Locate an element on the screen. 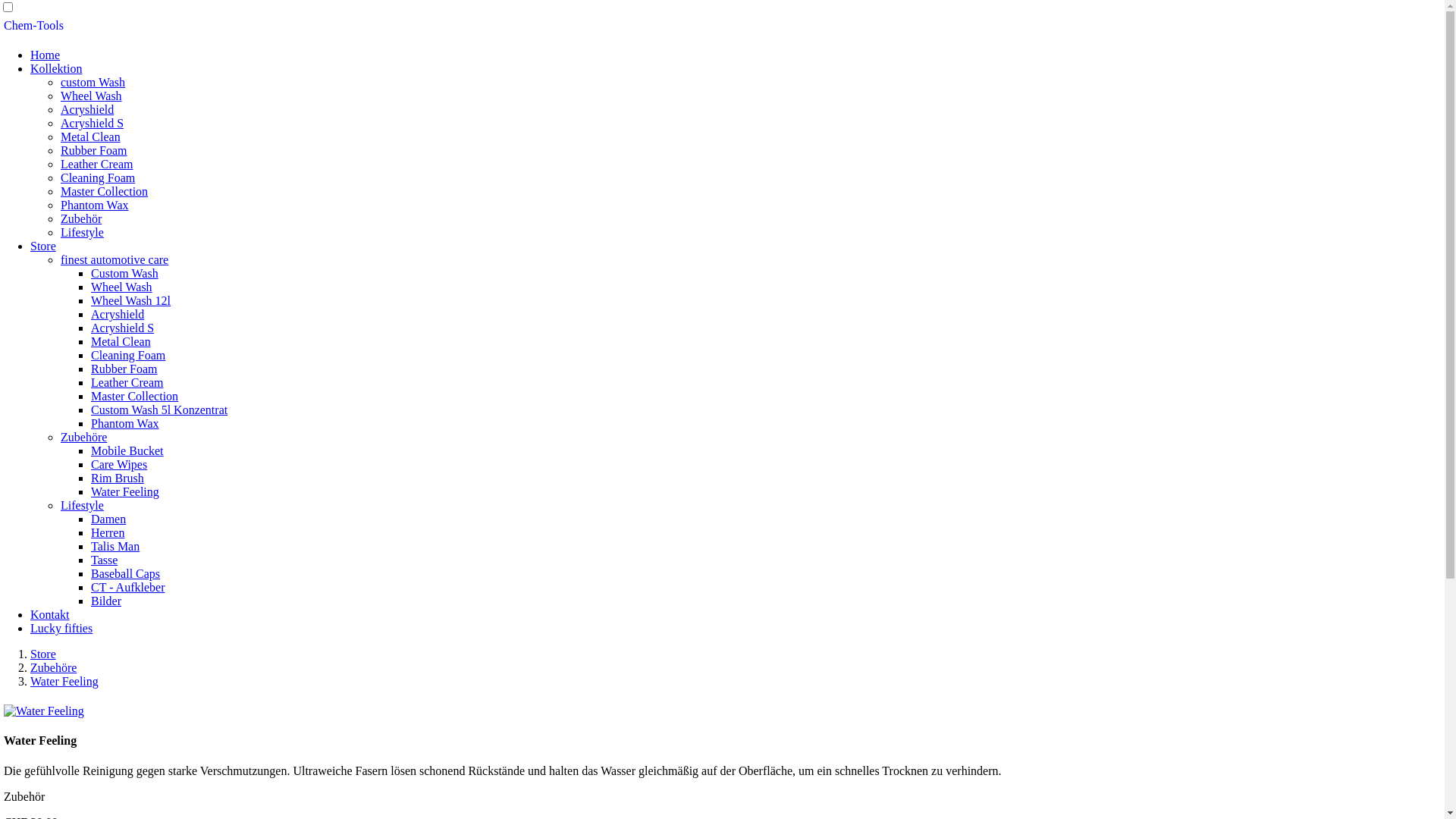 This screenshot has width=1456, height=819. 'Metal Clean' is located at coordinates (120, 341).